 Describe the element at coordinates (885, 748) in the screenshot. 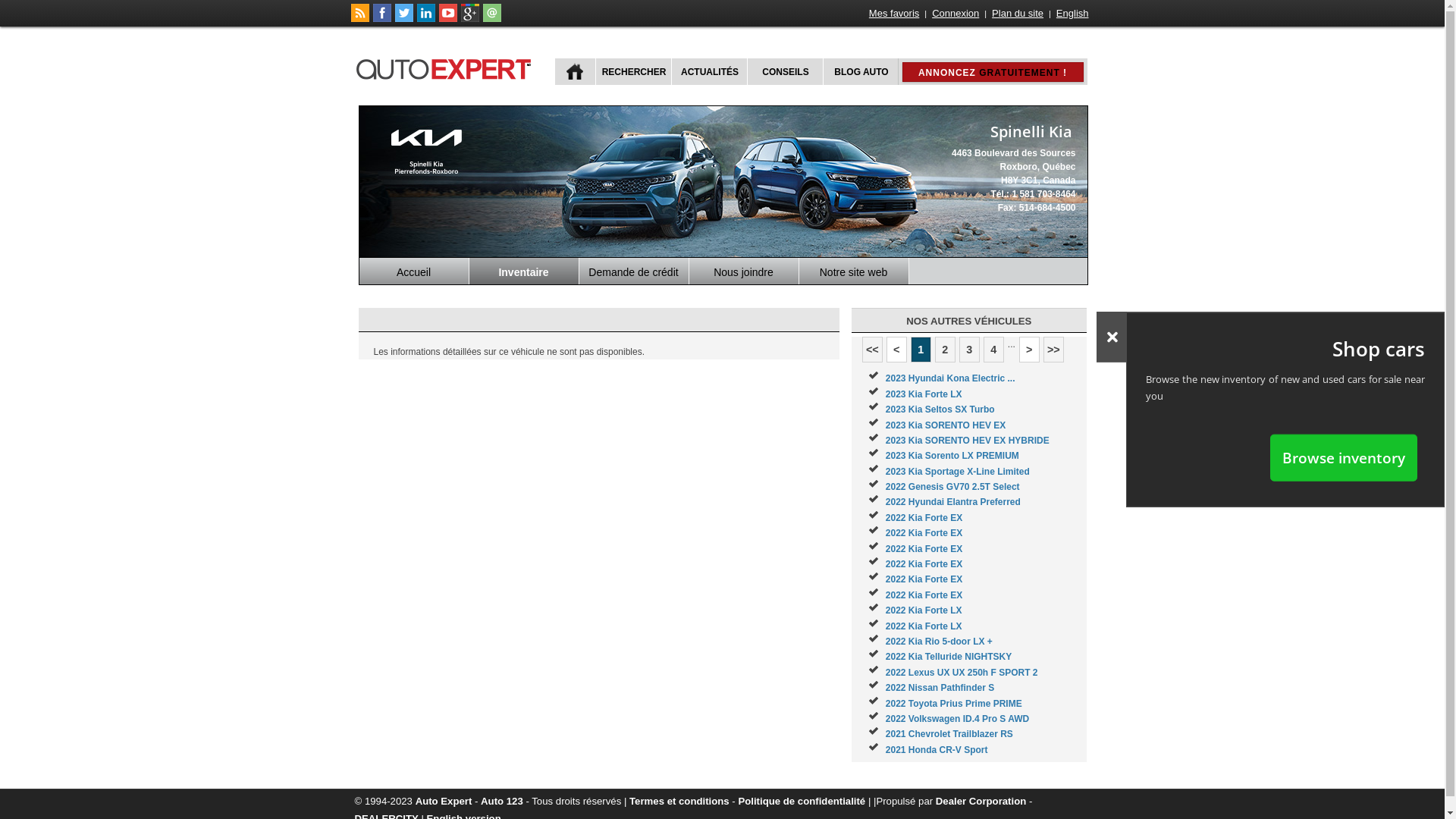

I see `'2021 Honda CR-V Sport'` at that location.